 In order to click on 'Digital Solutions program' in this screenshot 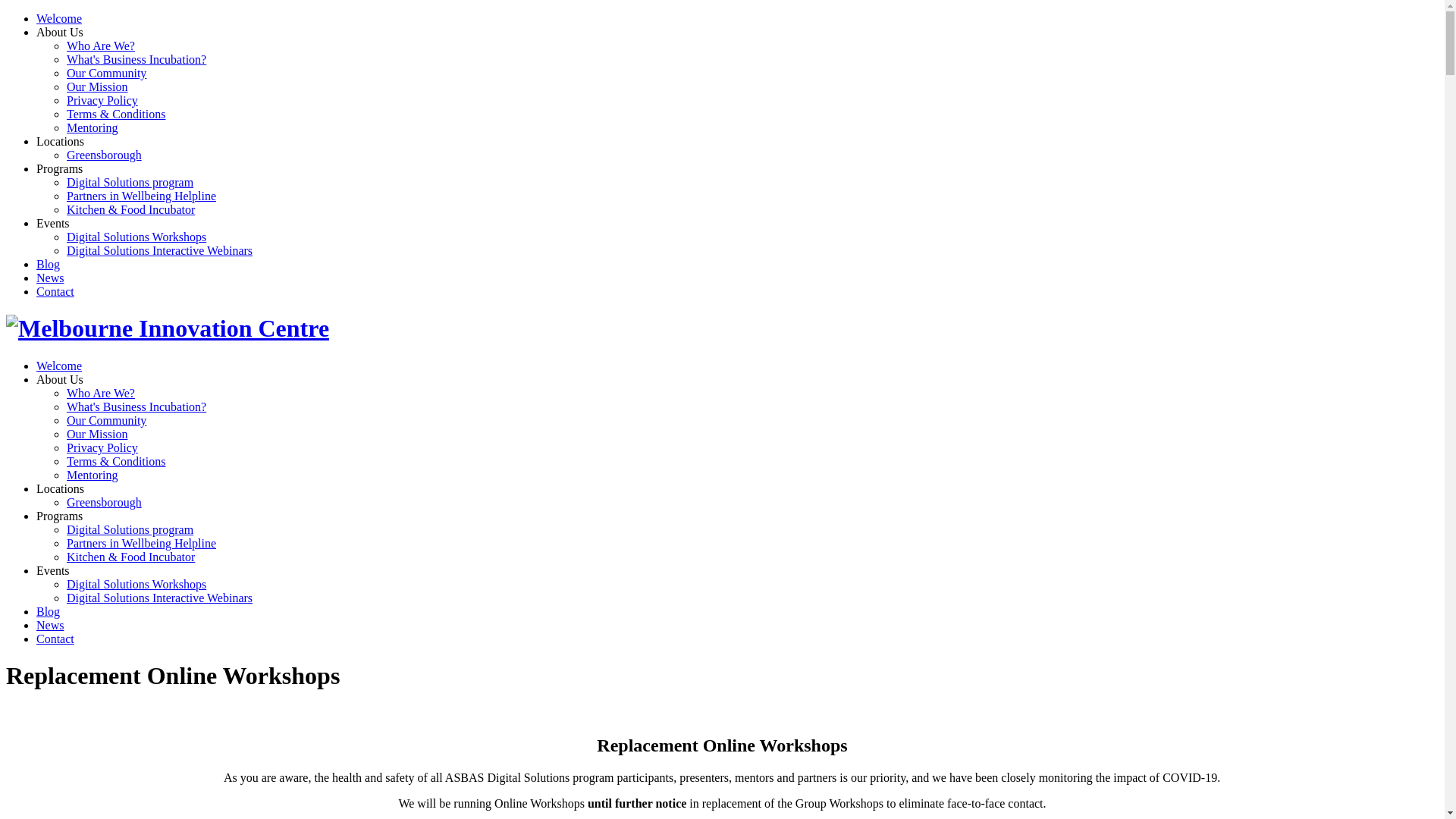, I will do `click(130, 181)`.